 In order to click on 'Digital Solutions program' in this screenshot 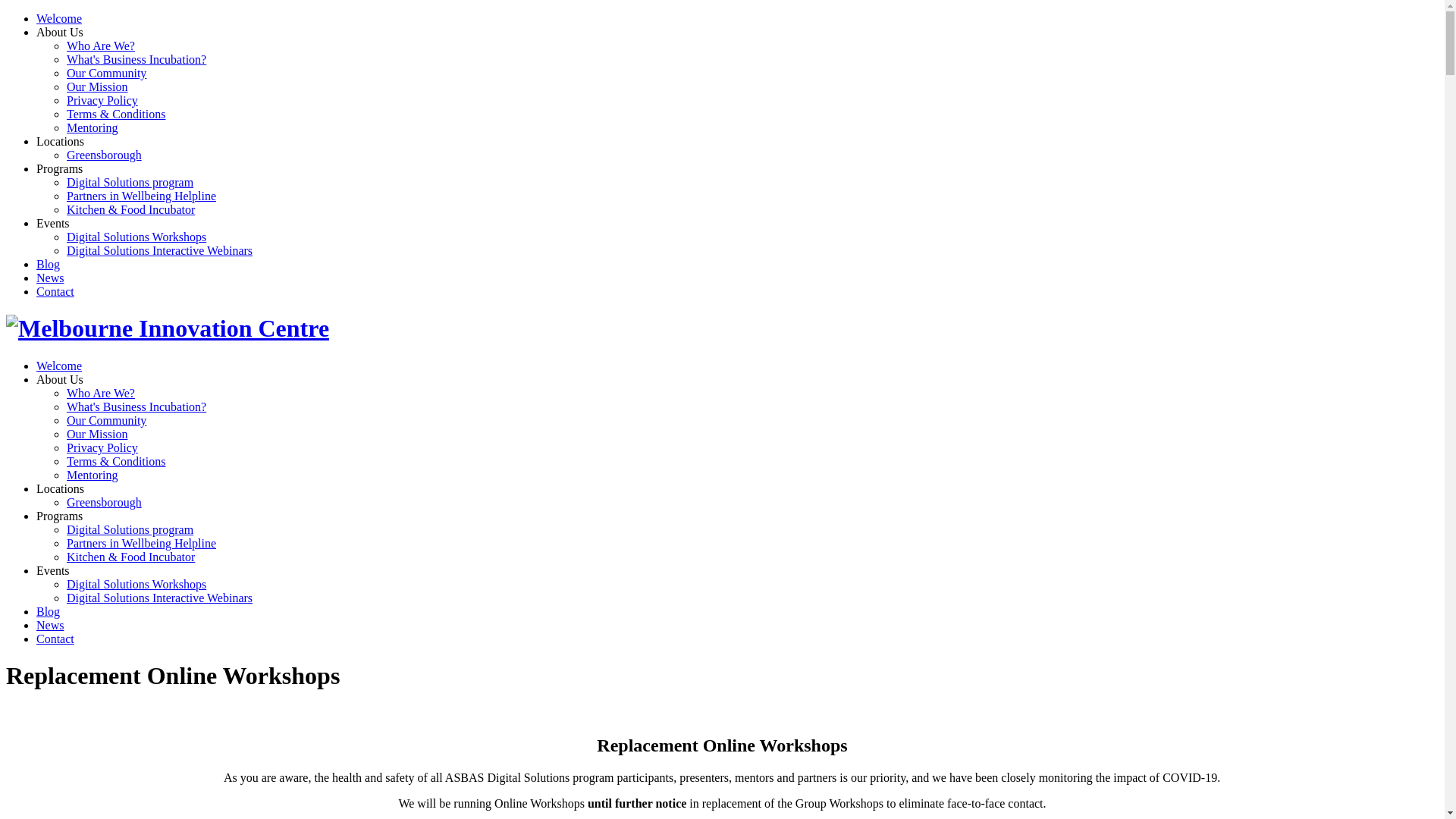, I will do `click(130, 181)`.